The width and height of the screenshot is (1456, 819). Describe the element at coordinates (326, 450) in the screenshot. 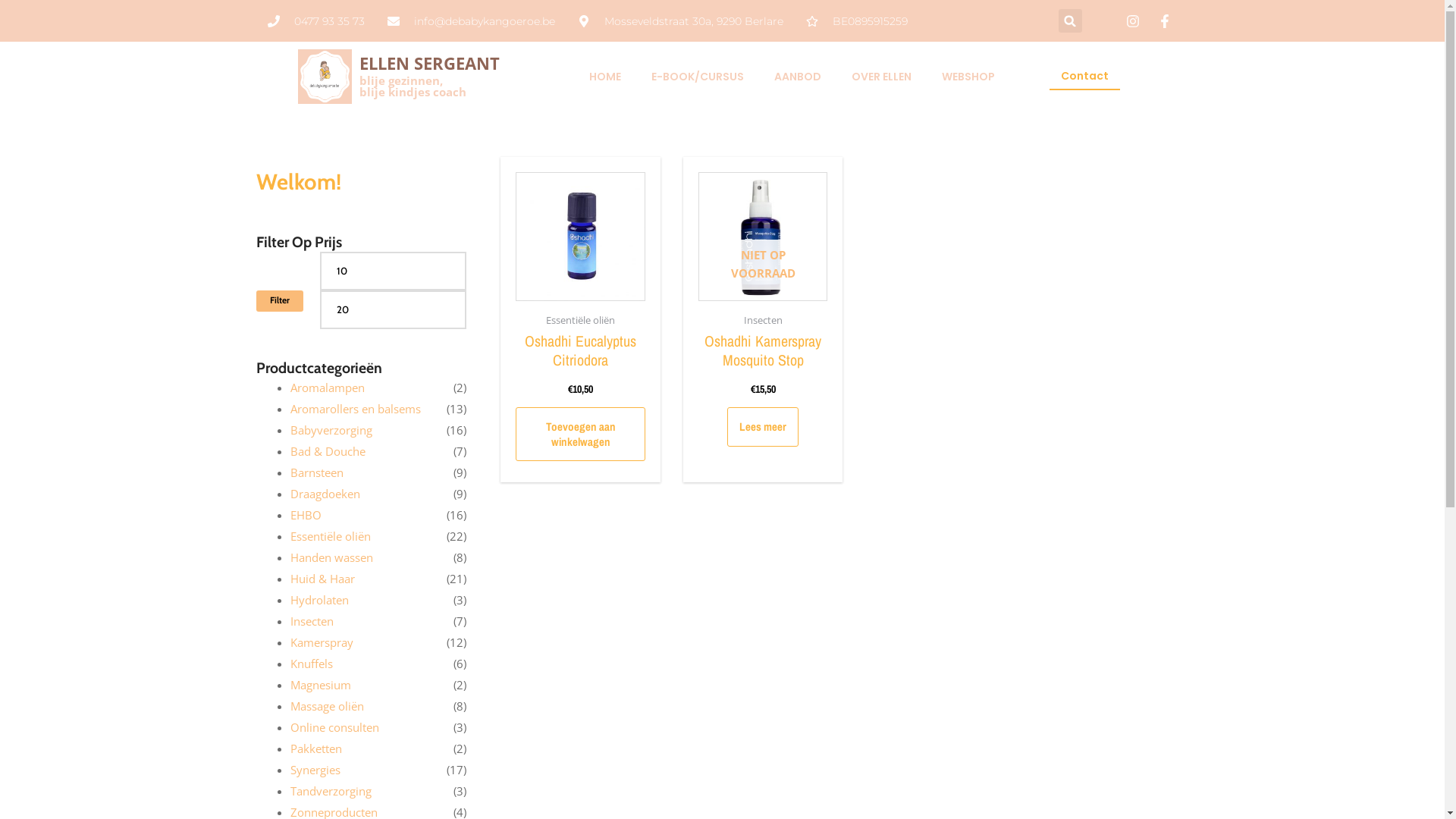

I see `'Bad & Douche'` at that location.